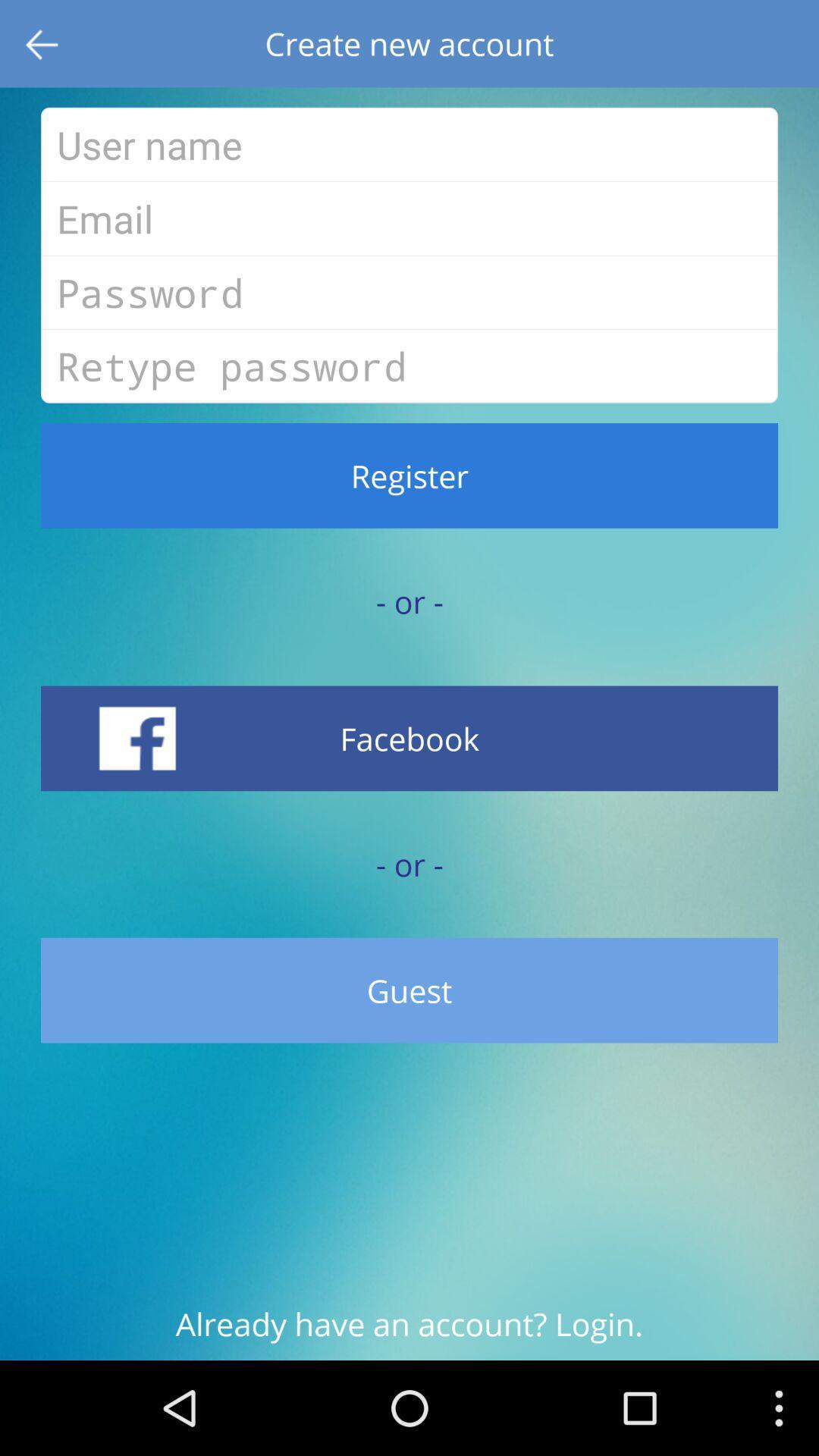 The width and height of the screenshot is (819, 1456). What do you see at coordinates (409, 1331) in the screenshot?
I see `the already have an item` at bounding box center [409, 1331].